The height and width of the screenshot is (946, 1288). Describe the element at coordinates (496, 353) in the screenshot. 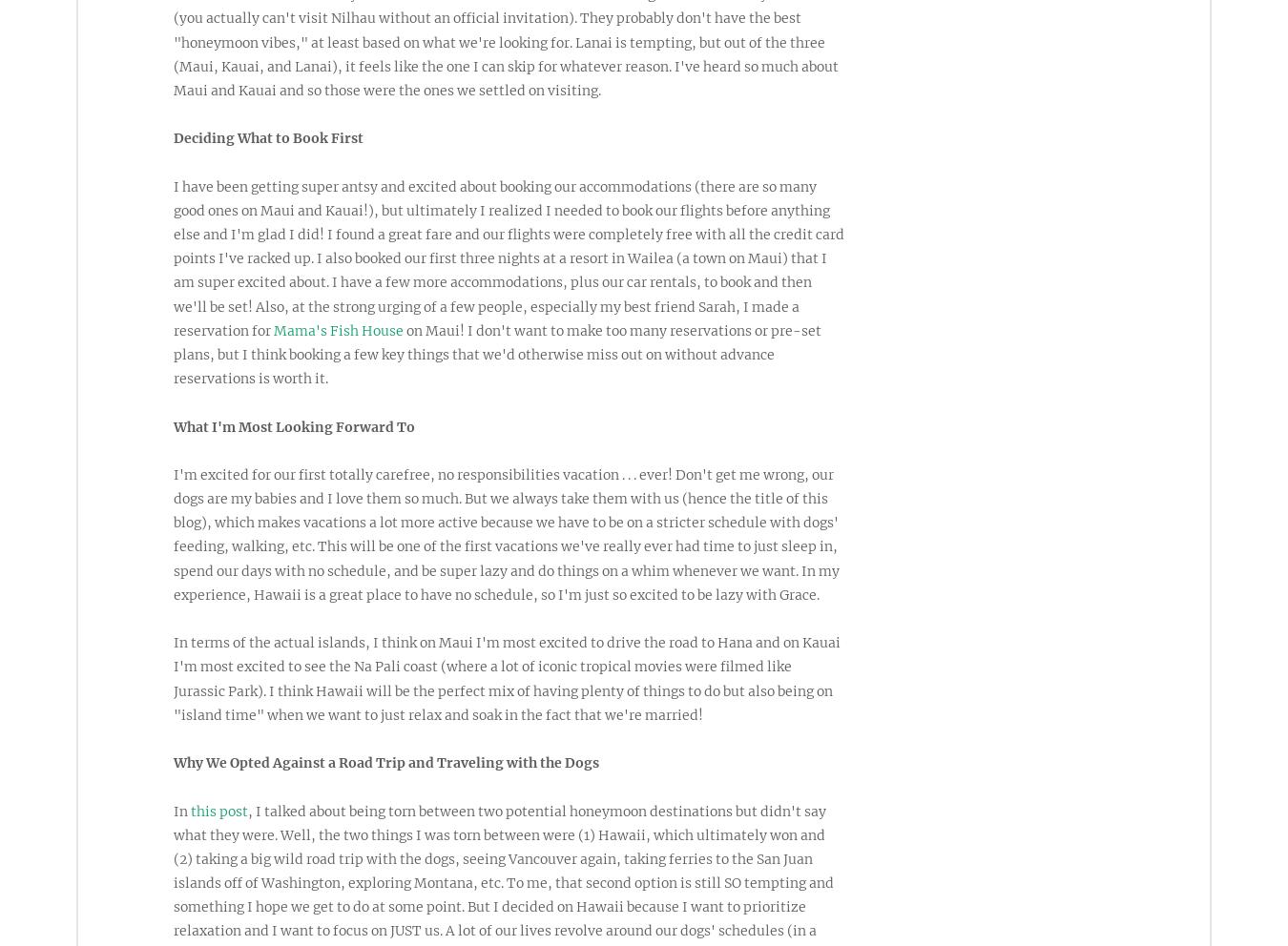

I see `'on Maui! I don't want to make too many reservations or pre-set plans, but I think booking a few key things that we'd otherwise miss out on without advance reservations is worth it.'` at that location.